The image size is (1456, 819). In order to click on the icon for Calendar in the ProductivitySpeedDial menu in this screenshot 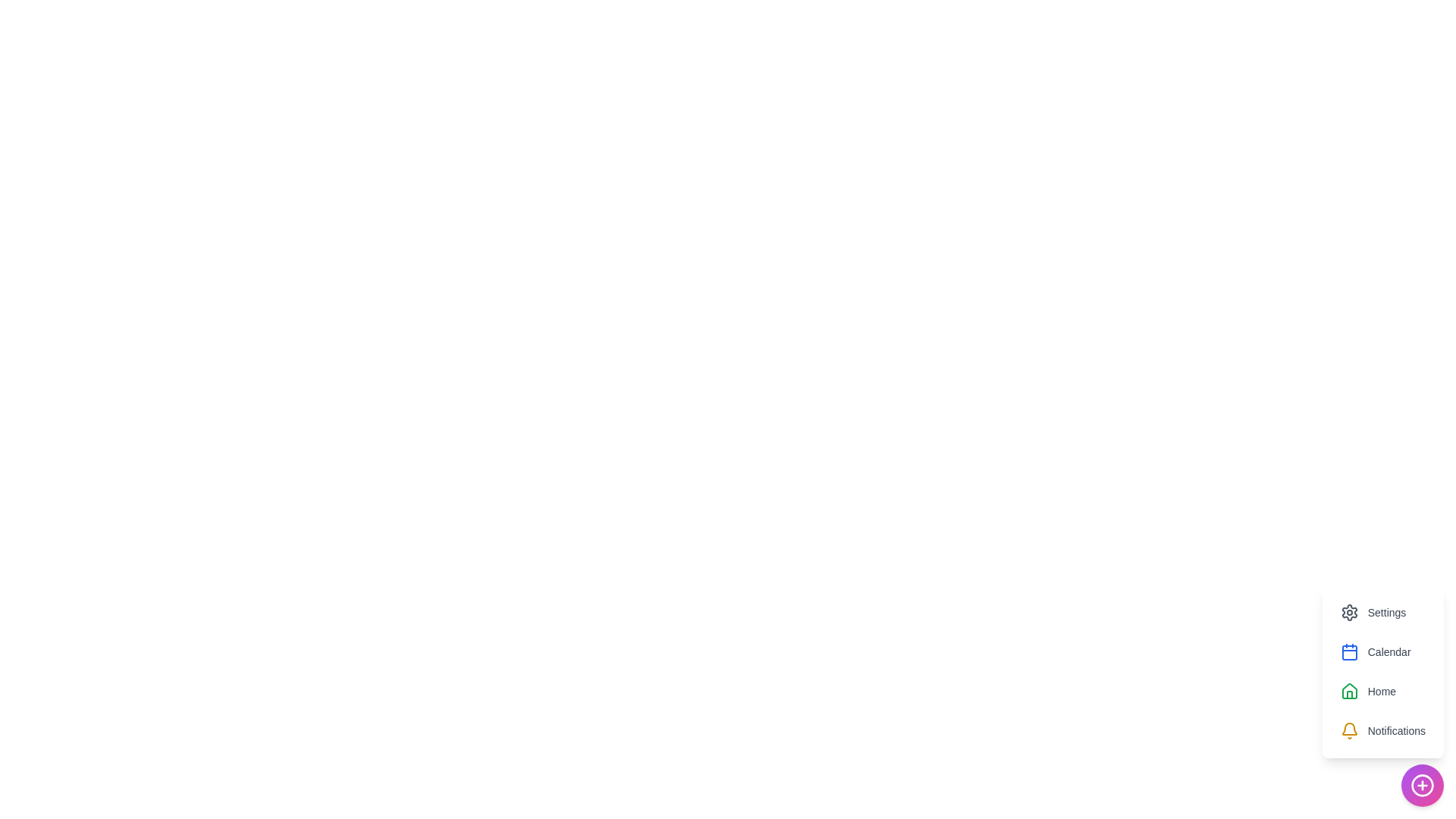, I will do `click(1349, 651)`.